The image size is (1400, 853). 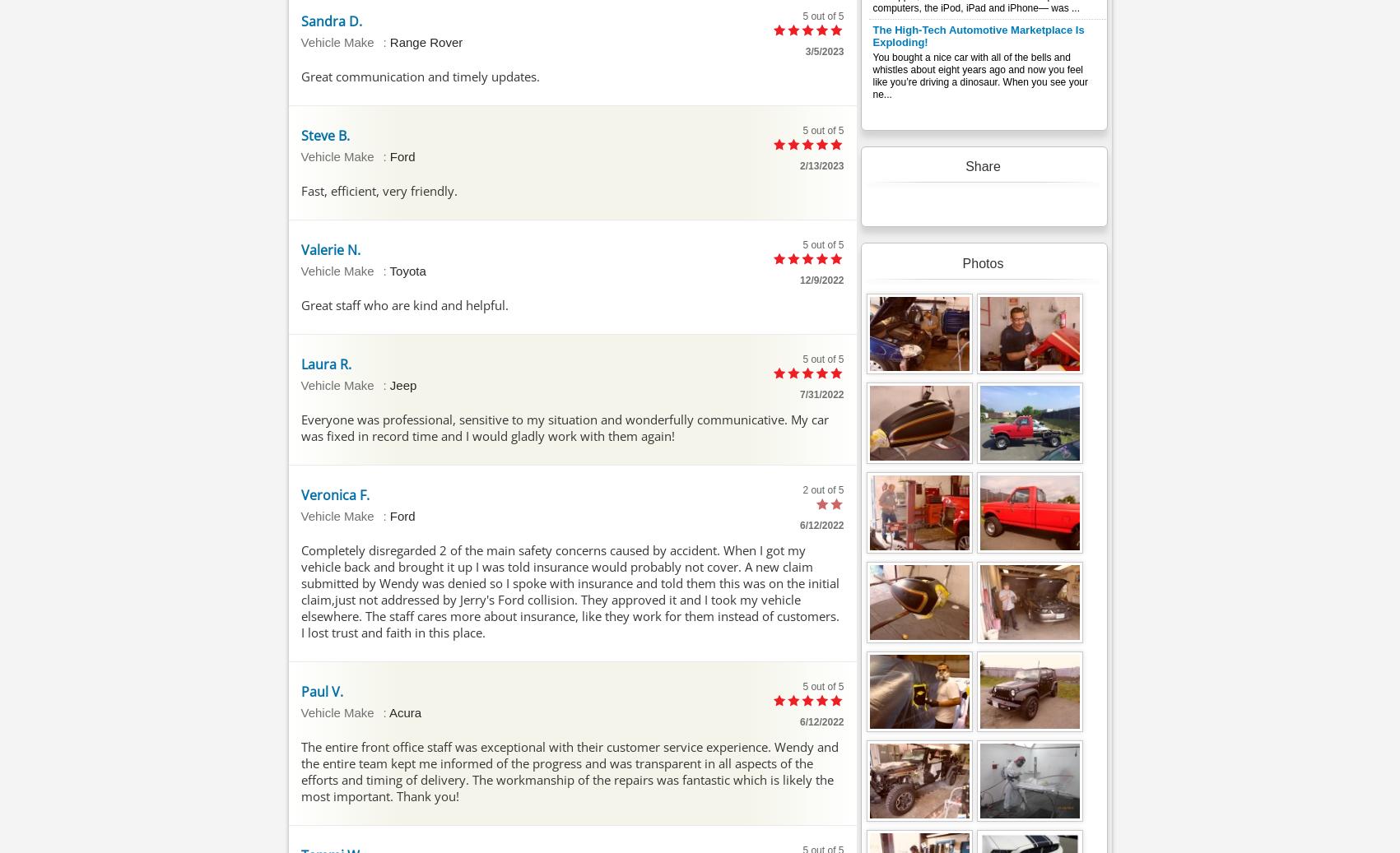 I want to click on 'Veronica F.', so click(x=333, y=494).